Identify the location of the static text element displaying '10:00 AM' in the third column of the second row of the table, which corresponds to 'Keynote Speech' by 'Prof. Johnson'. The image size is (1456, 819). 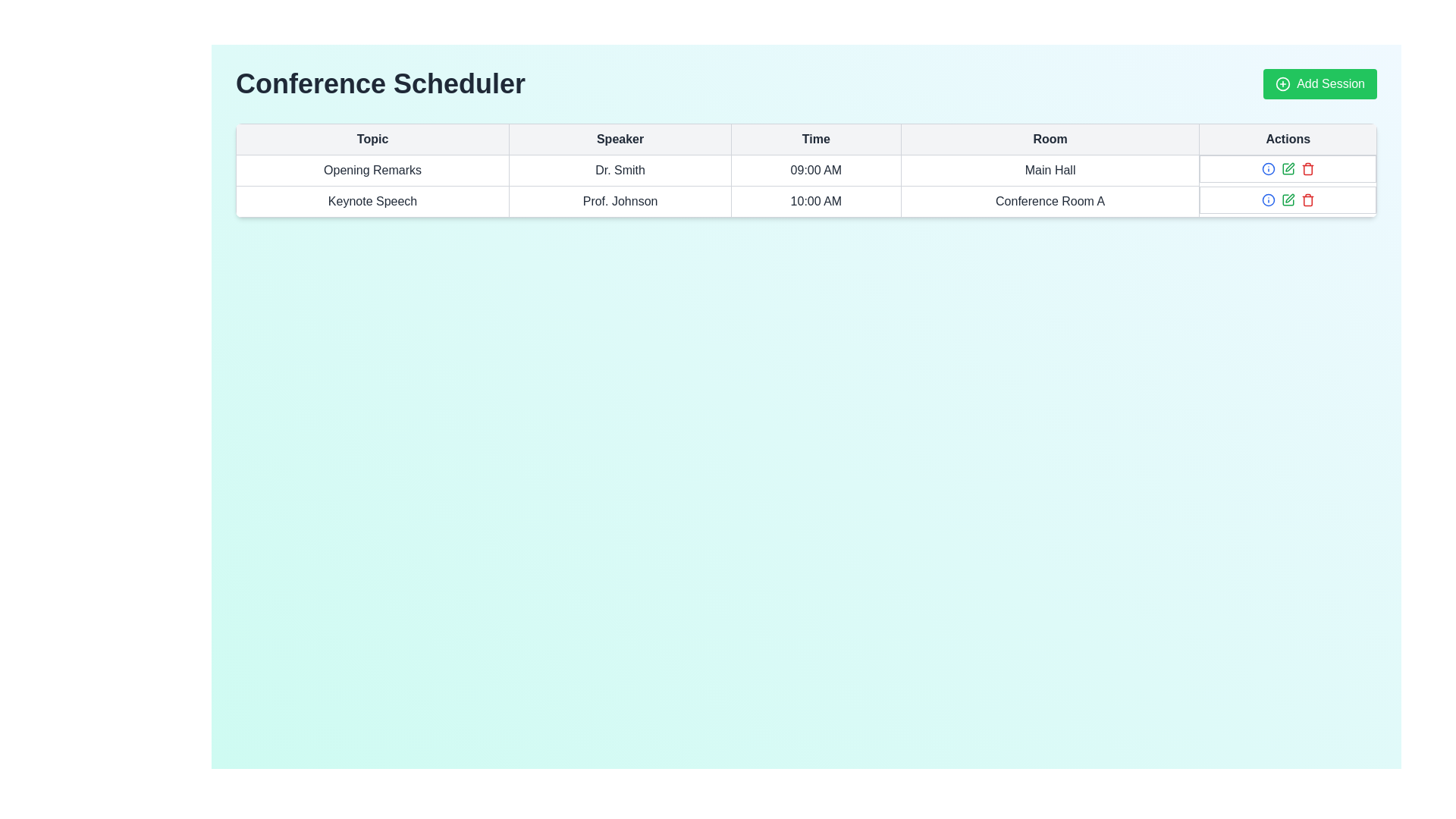
(815, 201).